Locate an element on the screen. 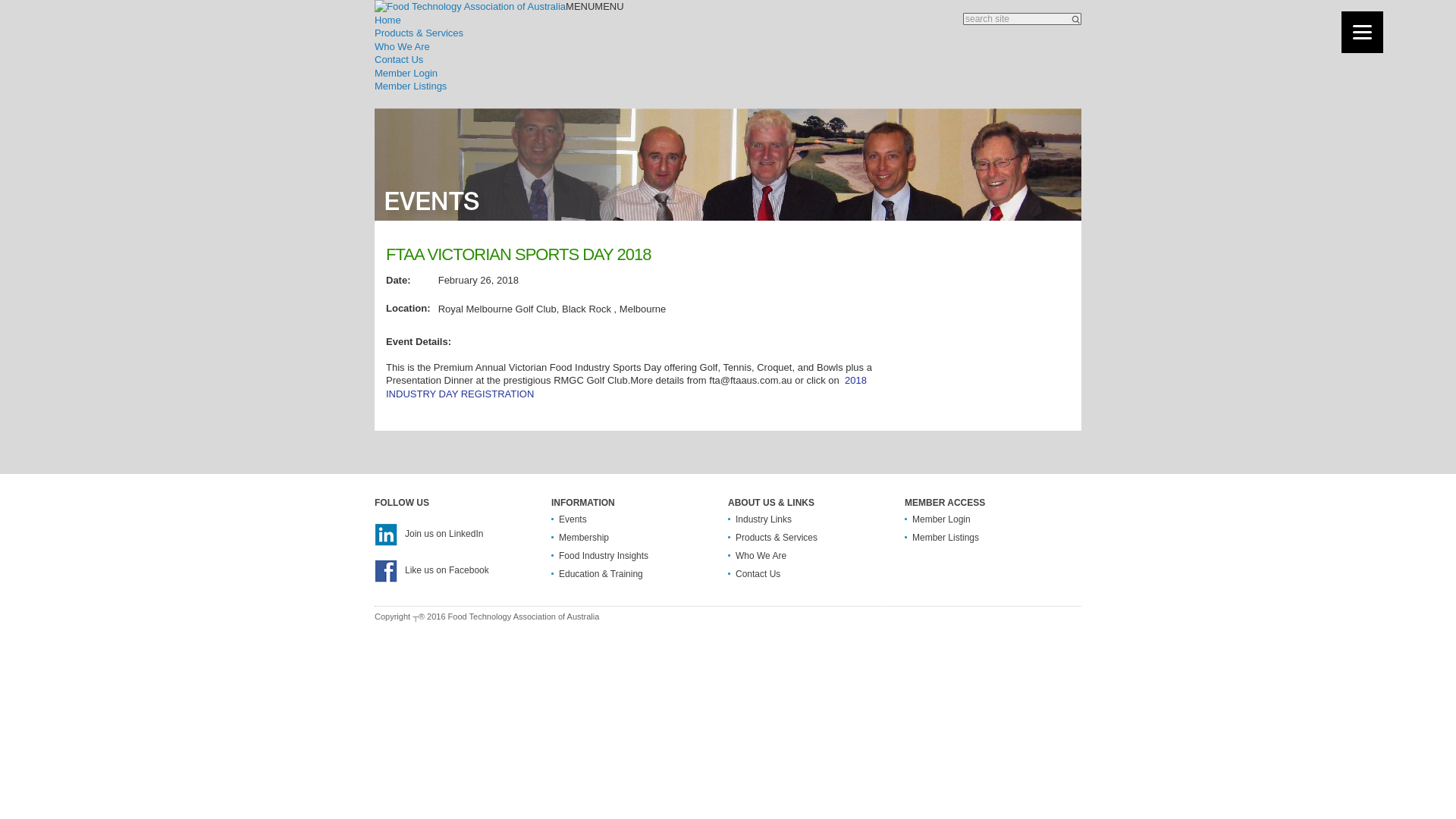 The height and width of the screenshot is (819, 1456). 'Member Login' is located at coordinates (375, 73).